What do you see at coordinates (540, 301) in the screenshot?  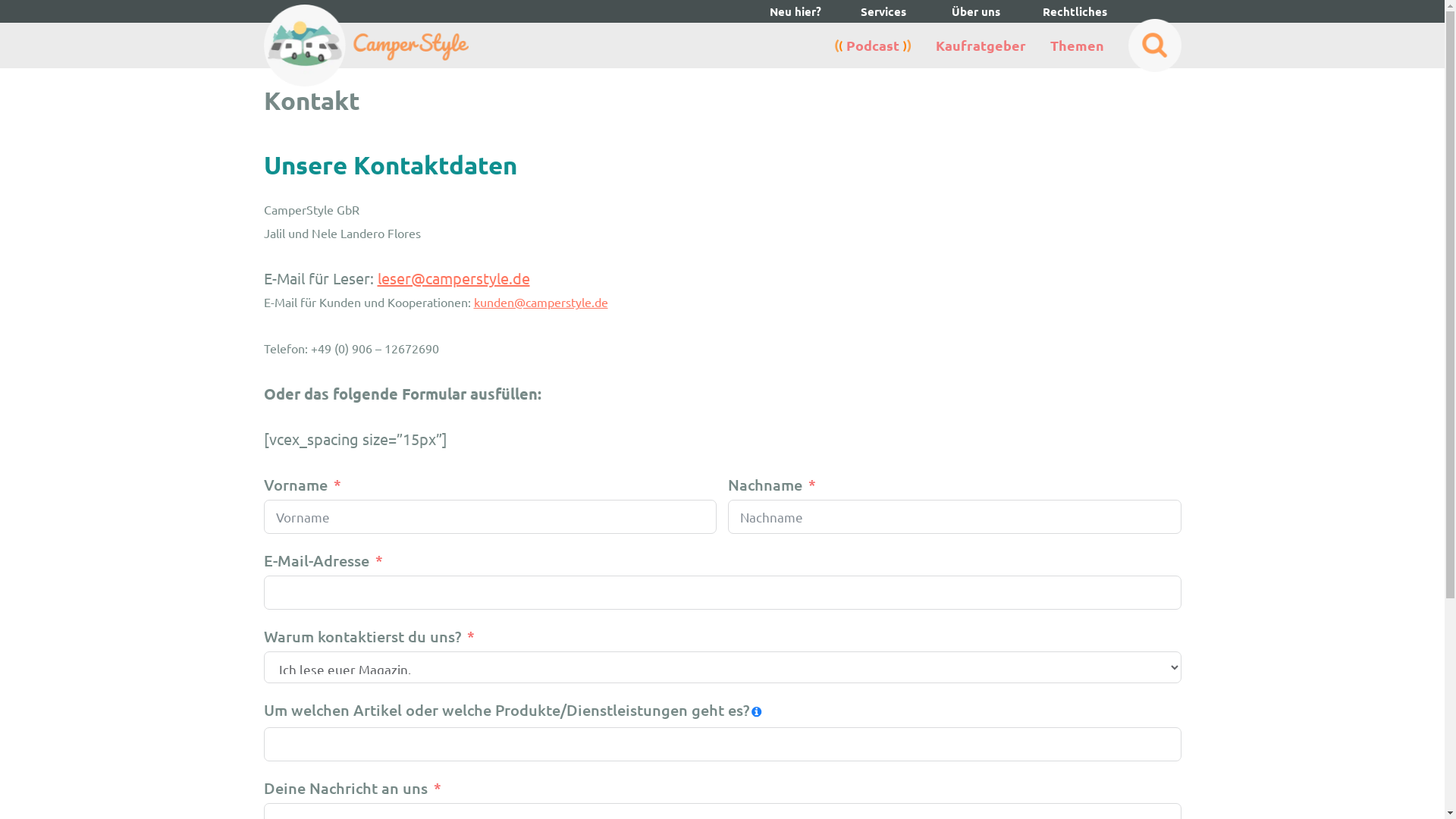 I see `'kunden@camperstyle.de'` at bounding box center [540, 301].